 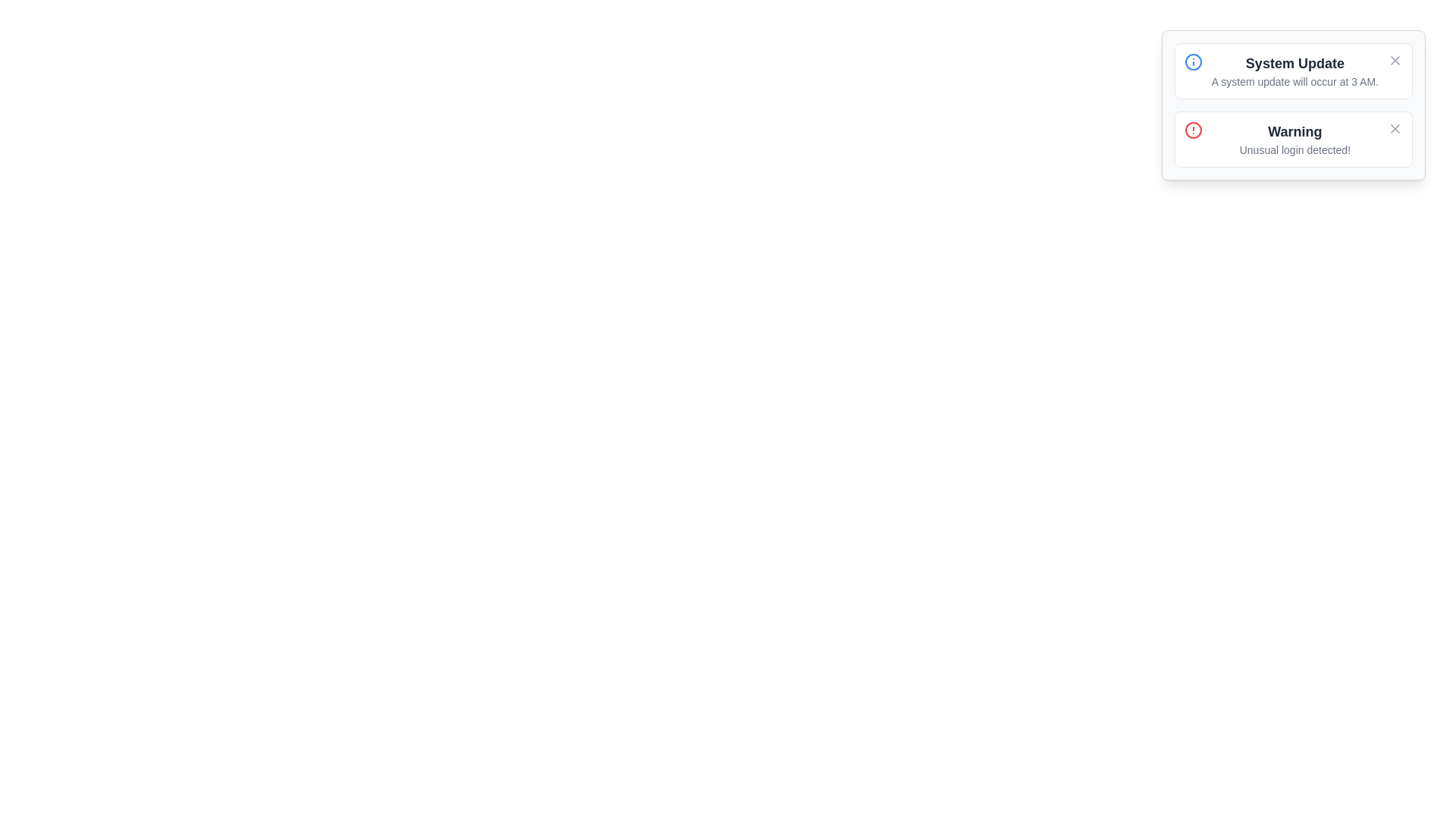 I want to click on the 'System Update' text label, which is displayed in a bold, large font at the top of a notification card with a white background, so click(x=1294, y=63).